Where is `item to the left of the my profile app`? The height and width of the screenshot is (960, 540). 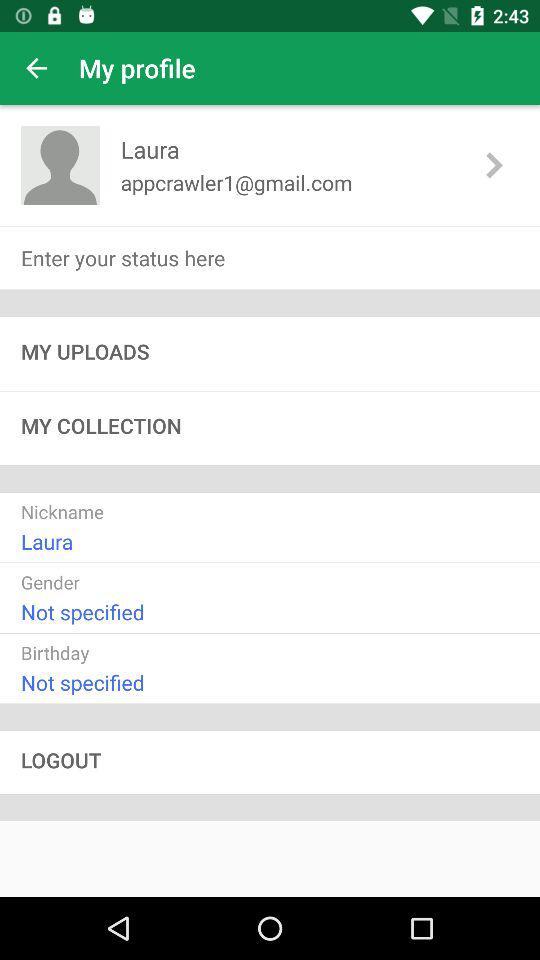 item to the left of the my profile app is located at coordinates (36, 68).